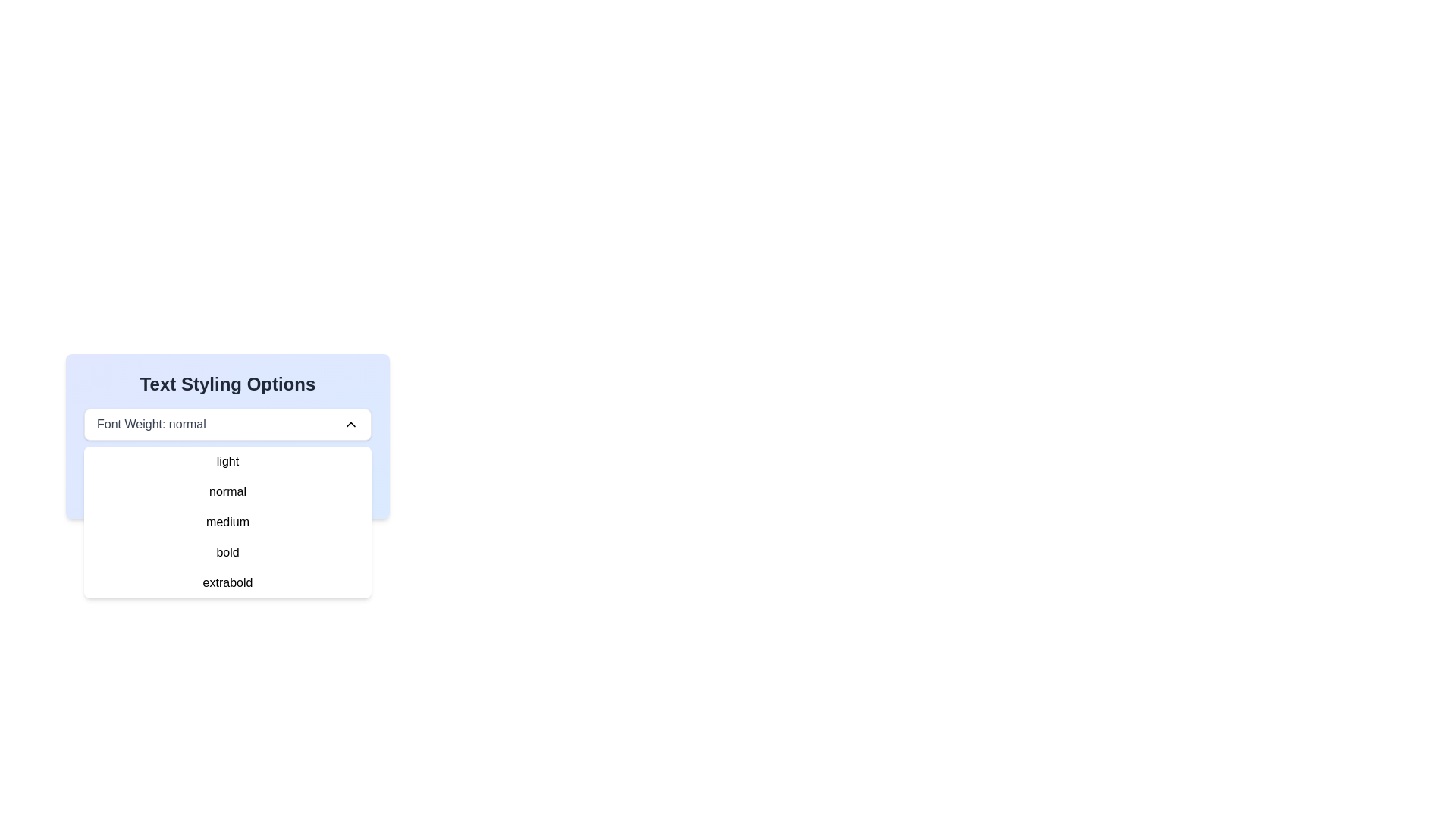 This screenshot has width=1456, height=819. Describe the element at coordinates (227, 461) in the screenshot. I see `the 'light' option from the dropdown list` at that location.